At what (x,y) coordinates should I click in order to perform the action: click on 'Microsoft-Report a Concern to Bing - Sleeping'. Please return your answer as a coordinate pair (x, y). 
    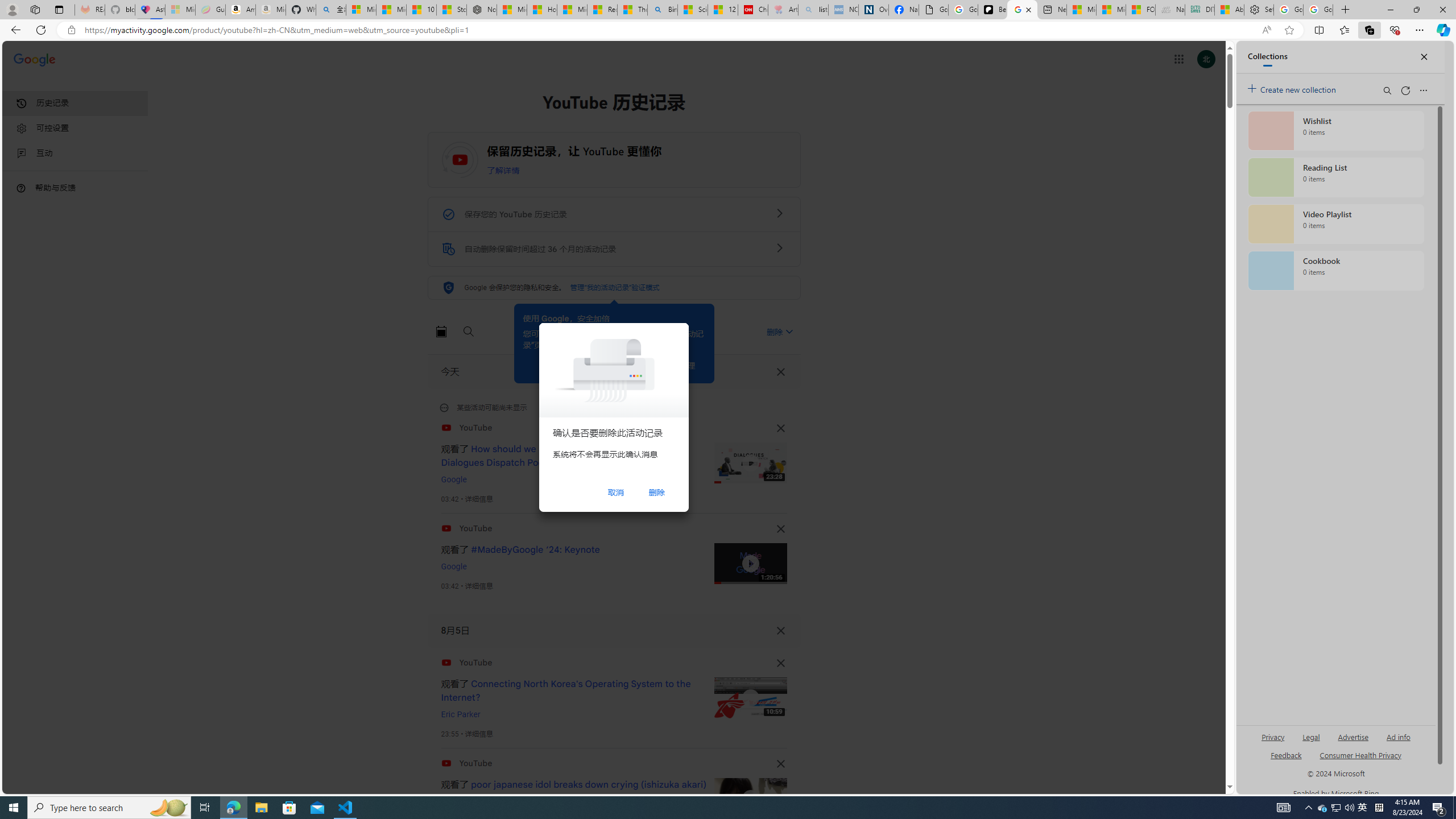
    Looking at the image, I should click on (180, 9).